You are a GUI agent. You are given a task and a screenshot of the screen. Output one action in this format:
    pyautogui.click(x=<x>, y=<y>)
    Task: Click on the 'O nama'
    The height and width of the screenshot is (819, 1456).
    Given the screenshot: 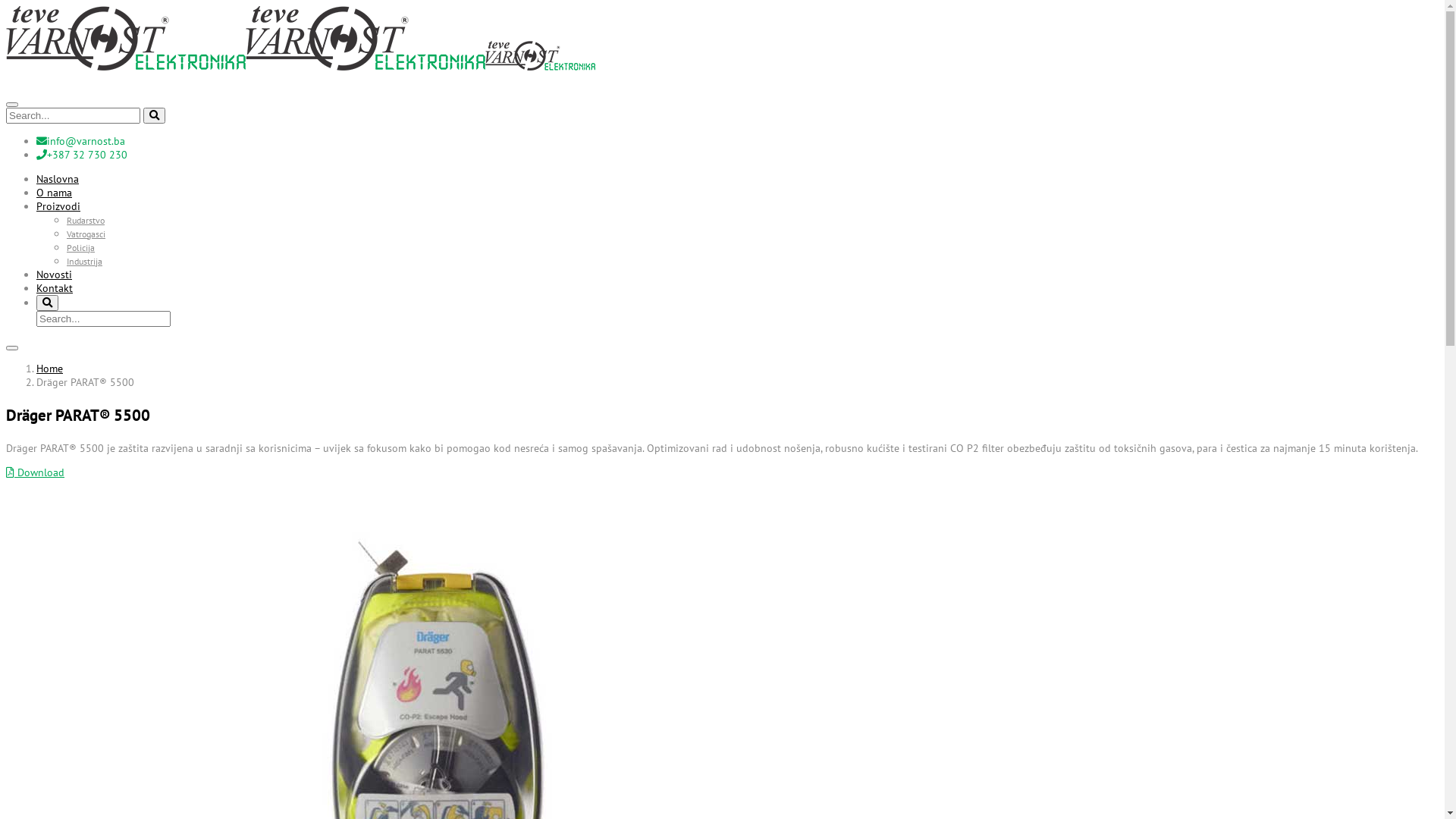 What is the action you would take?
    pyautogui.click(x=54, y=191)
    